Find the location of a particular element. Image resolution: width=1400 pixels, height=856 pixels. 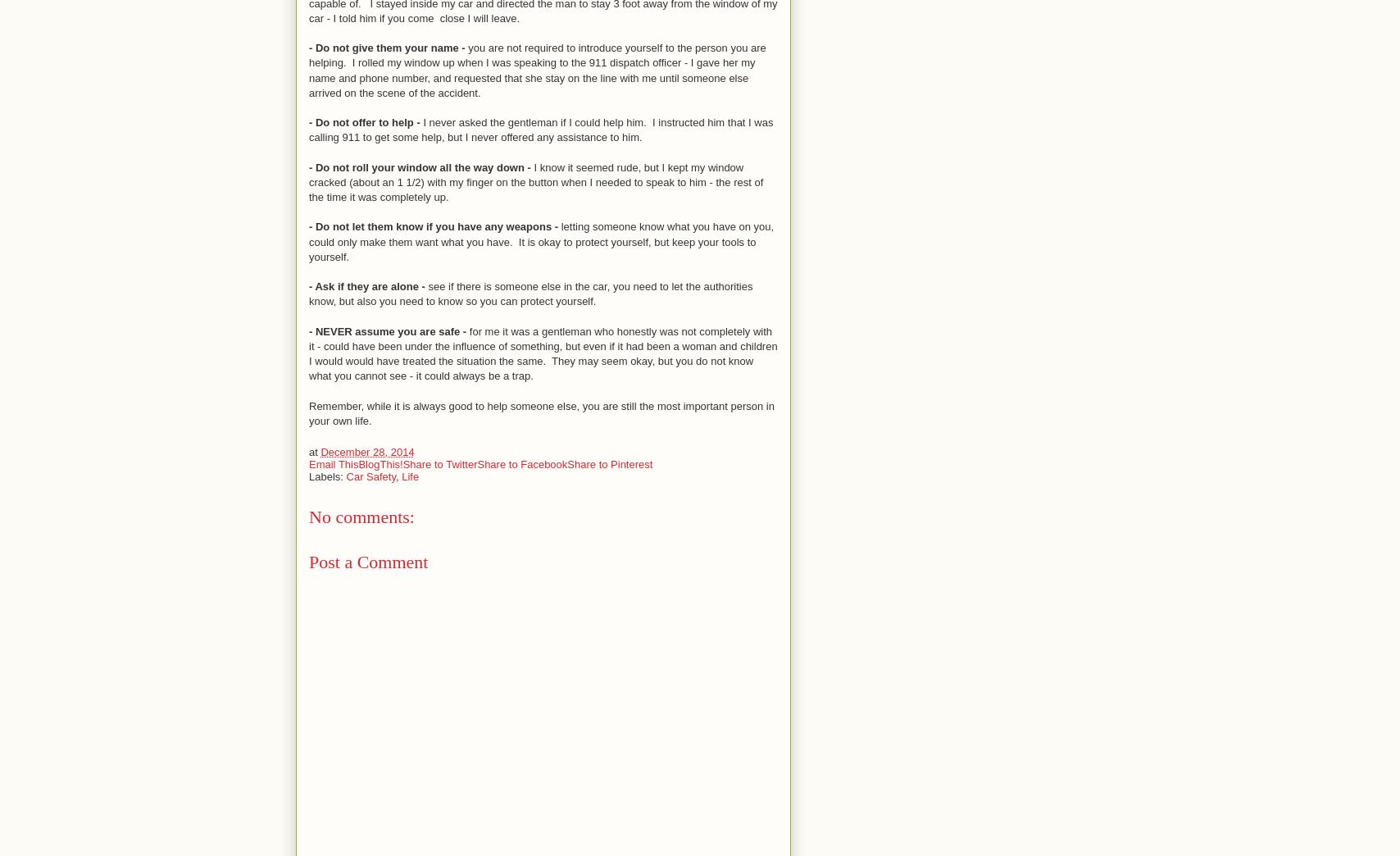

'you are not required to introduce yourself to the person you are helping.  I rolled my window up when I was speaking to the 911 dispatch officer - I gave her my name and phone number, and requested that she stay on the line with me until someone else arrived on the scene of the accident.' is located at coordinates (537, 70).